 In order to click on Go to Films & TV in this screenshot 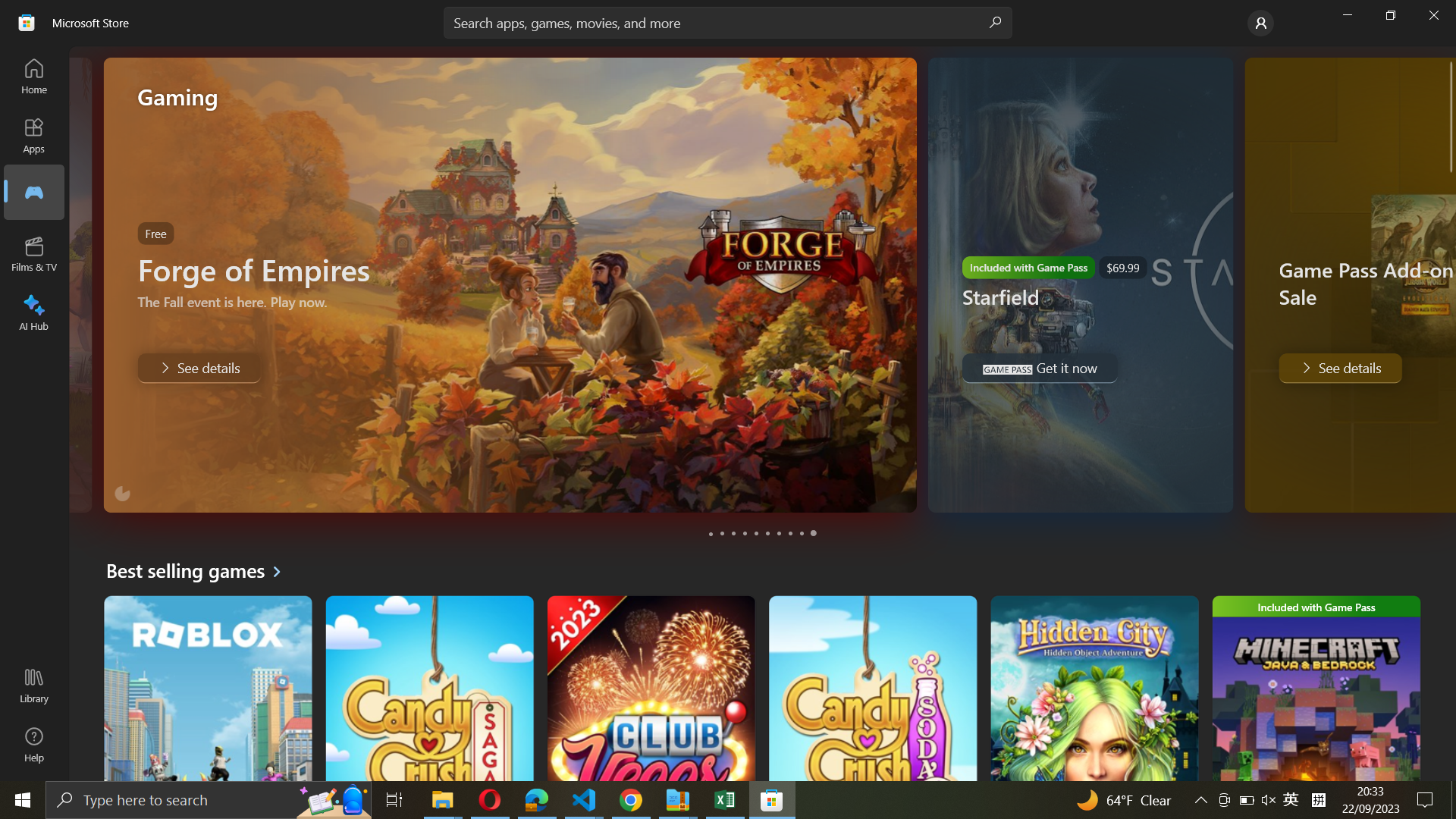, I will do `click(33, 191)`.